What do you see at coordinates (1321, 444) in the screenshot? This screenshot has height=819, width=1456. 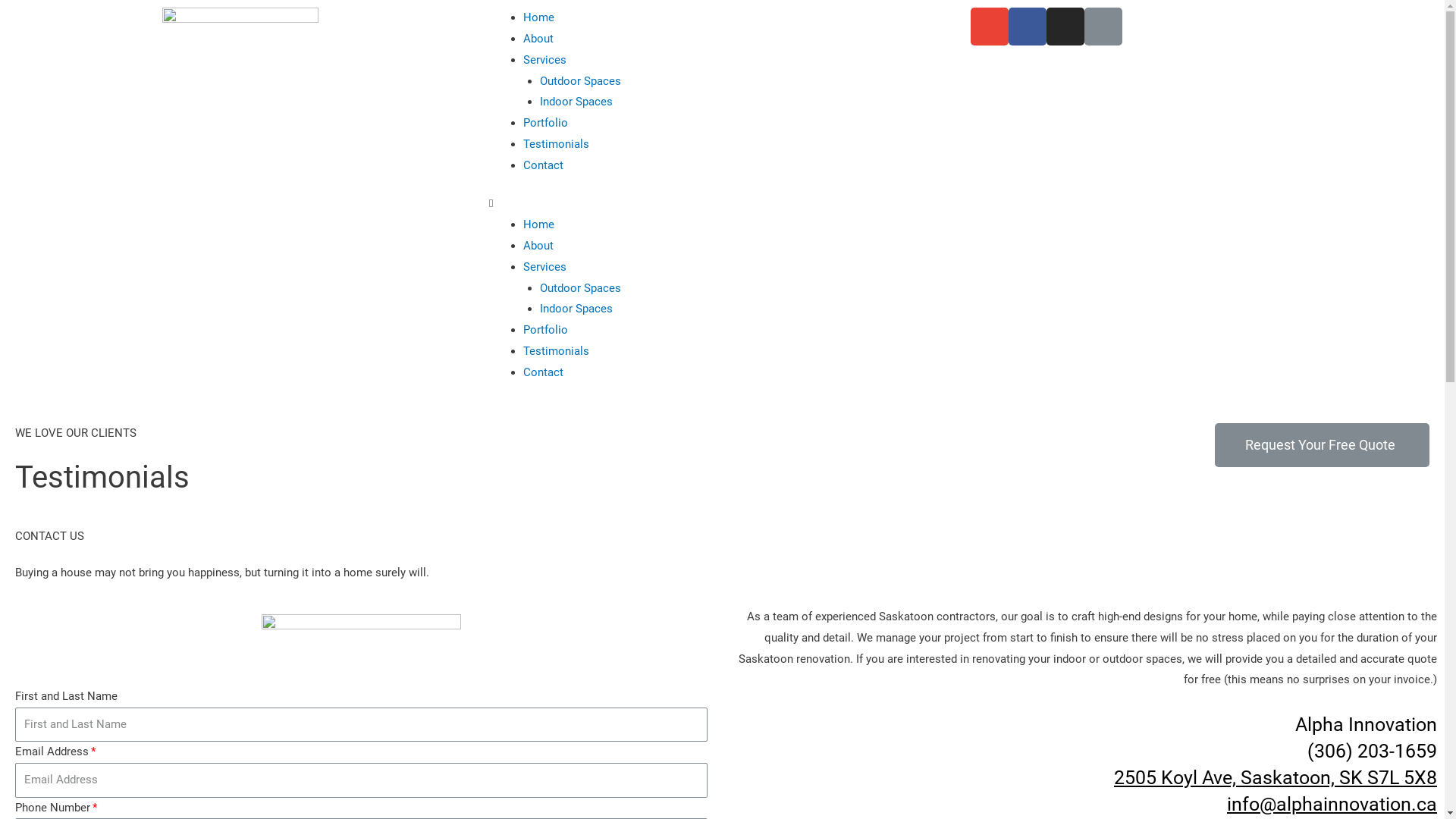 I see `'Request Your Free Quote'` at bounding box center [1321, 444].